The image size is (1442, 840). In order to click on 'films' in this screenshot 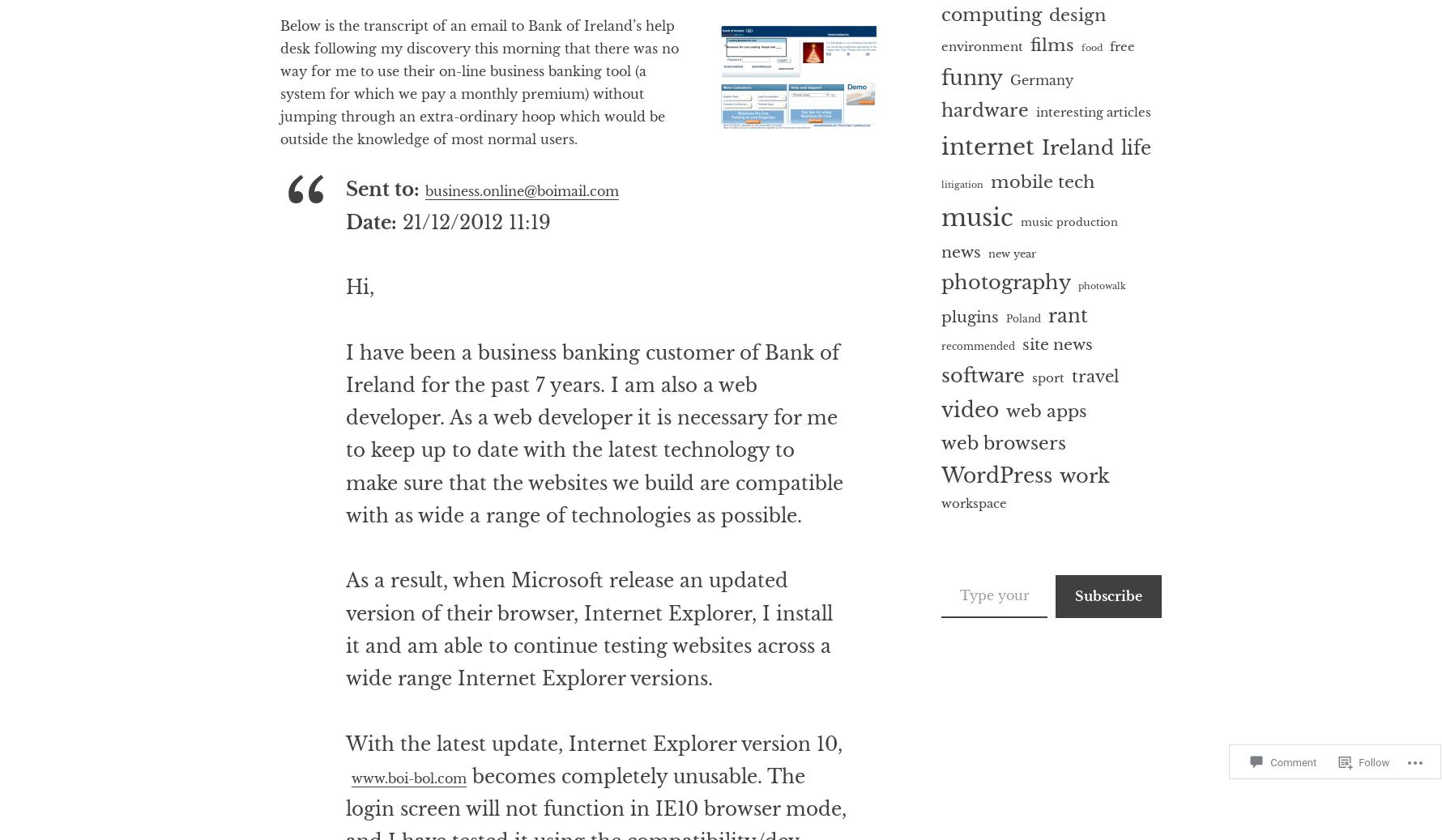, I will do `click(1052, 43)`.